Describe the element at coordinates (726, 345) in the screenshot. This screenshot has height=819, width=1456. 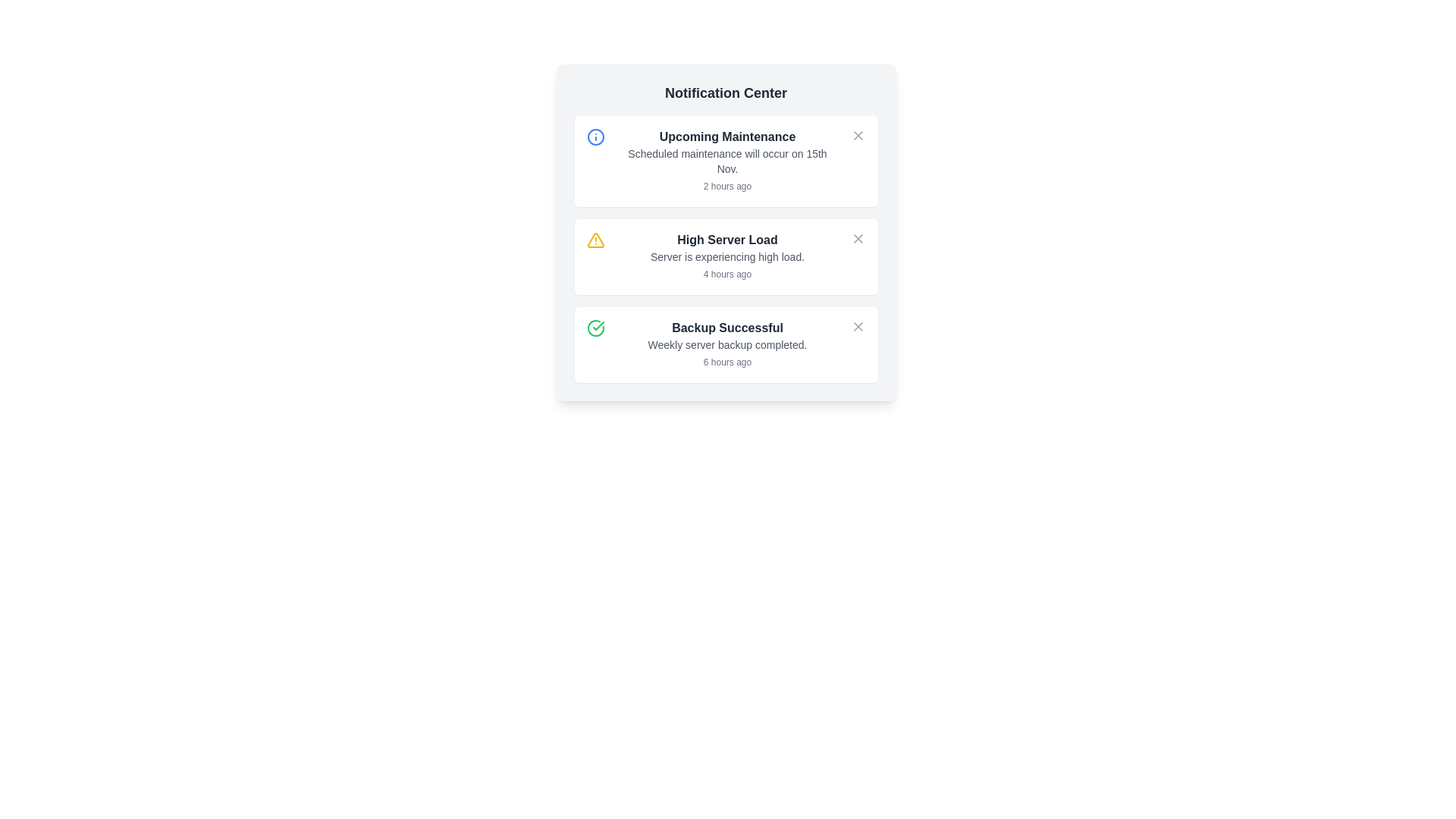
I see `the successful server backup notification text block located in the notification card at the bottom of the 'Notification Center' widget, which is the third notification in the list` at that location.